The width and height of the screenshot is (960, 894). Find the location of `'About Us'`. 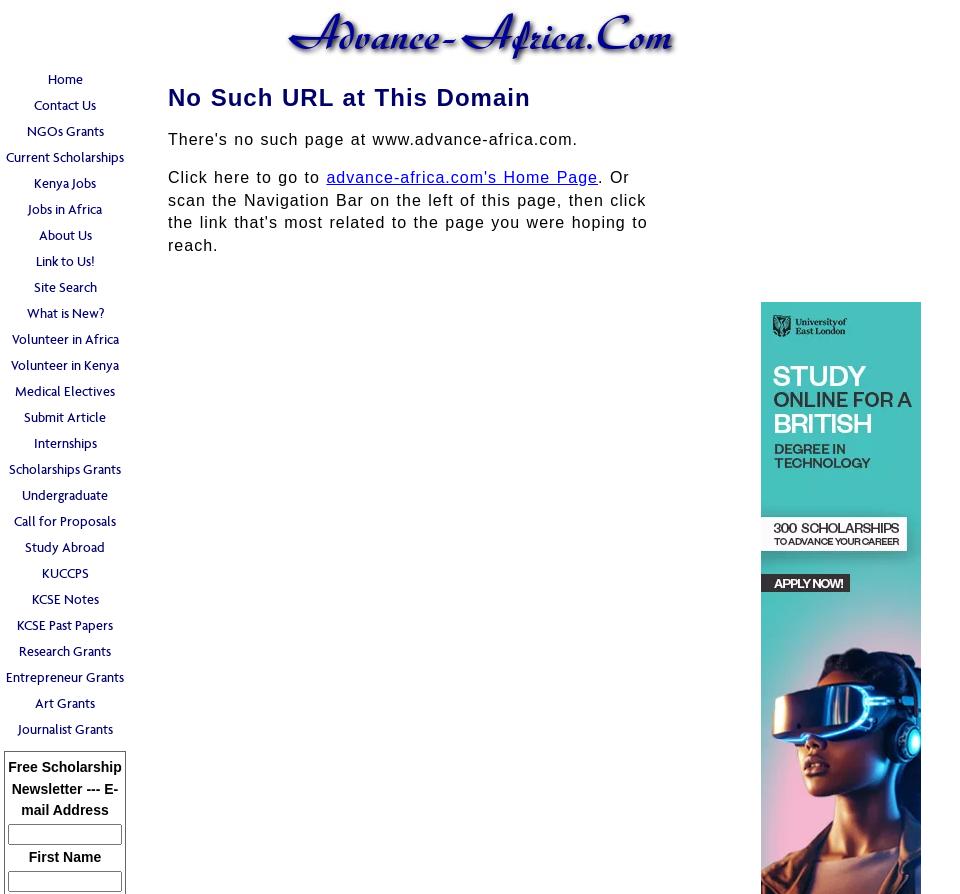

'About Us' is located at coordinates (64, 234).